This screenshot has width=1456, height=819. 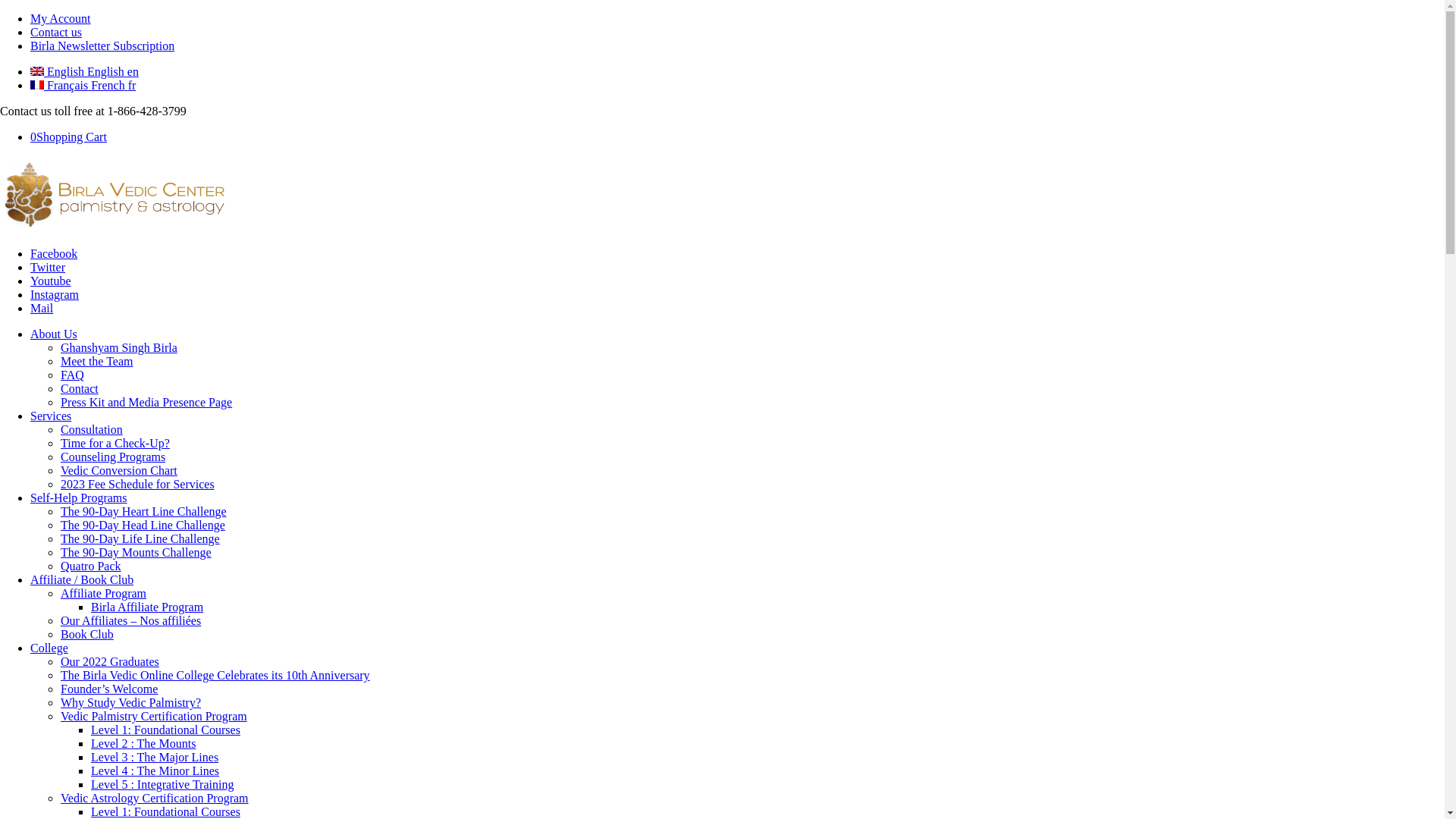 I want to click on 'English English en', so click(x=83, y=71).